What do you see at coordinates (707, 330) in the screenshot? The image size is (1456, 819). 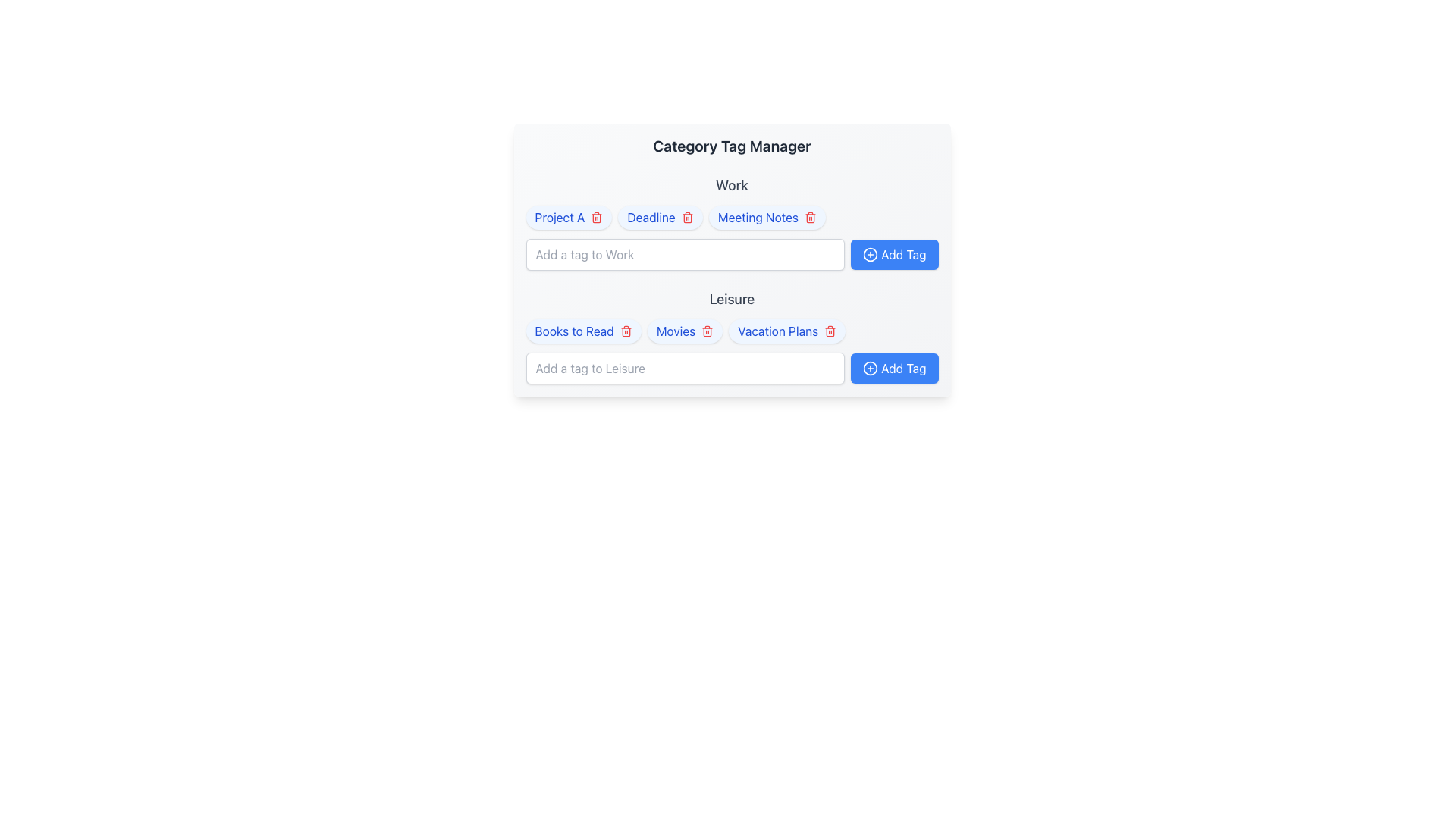 I see `the delete icon button for the 'Movies' tag to change its color, which is located to the right of the text 'Movies' in the 'Leisure' section of the Category Tag Manager` at bounding box center [707, 330].